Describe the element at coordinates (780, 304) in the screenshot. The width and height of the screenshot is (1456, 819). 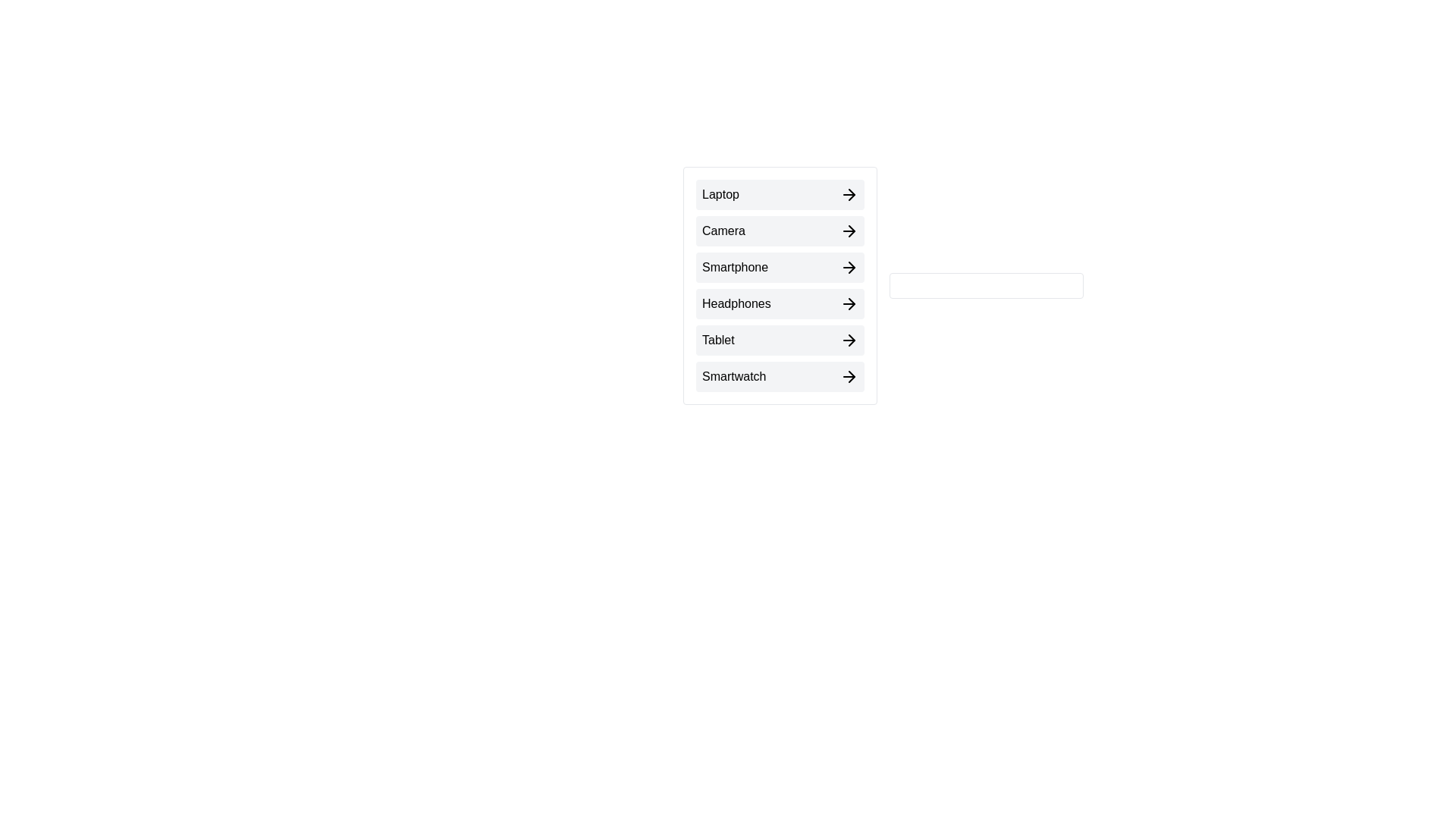
I see `the item Headphones to highlight it` at that location.